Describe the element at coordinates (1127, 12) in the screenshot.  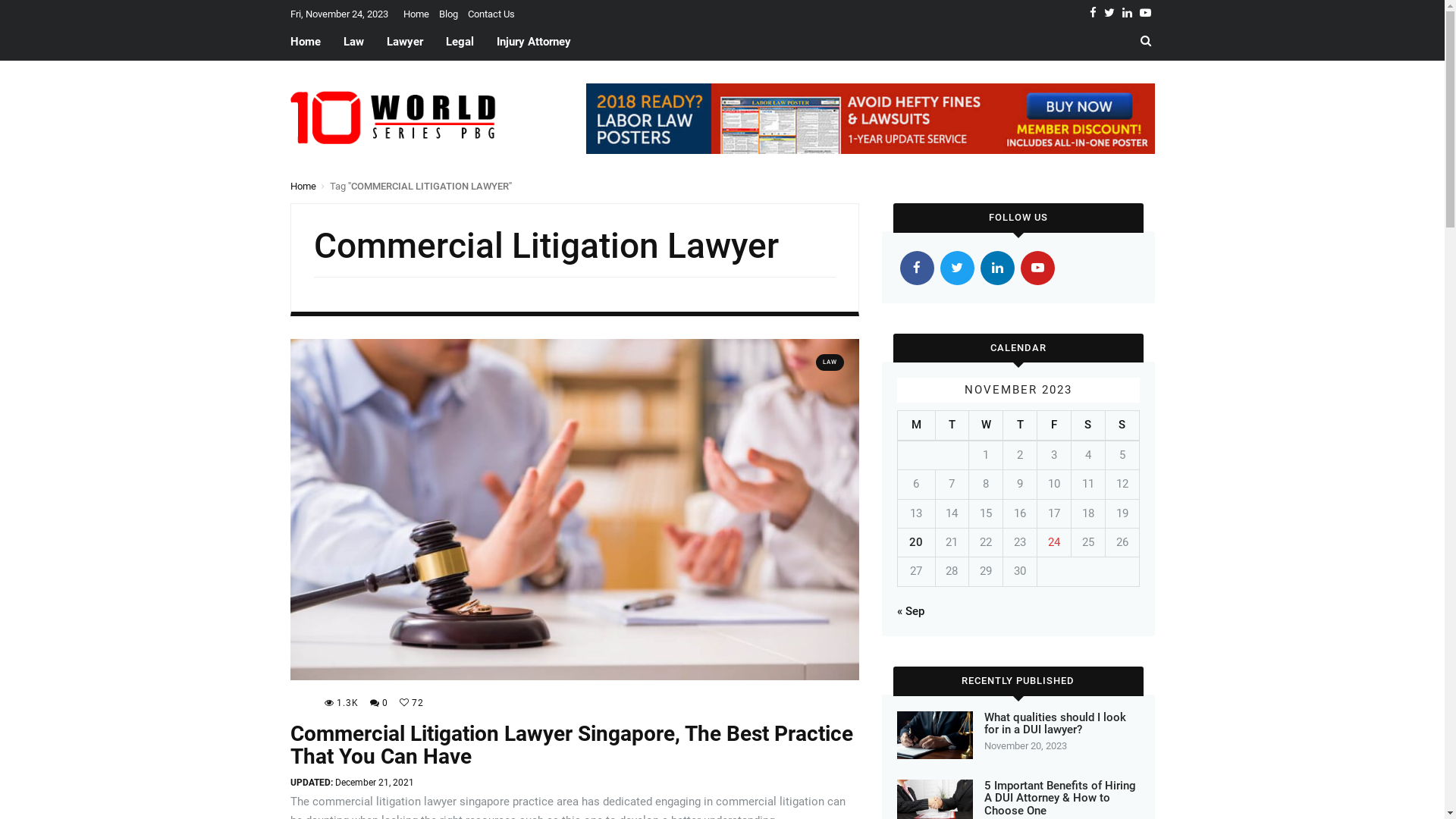
I see `'Linkedin'` at that location.